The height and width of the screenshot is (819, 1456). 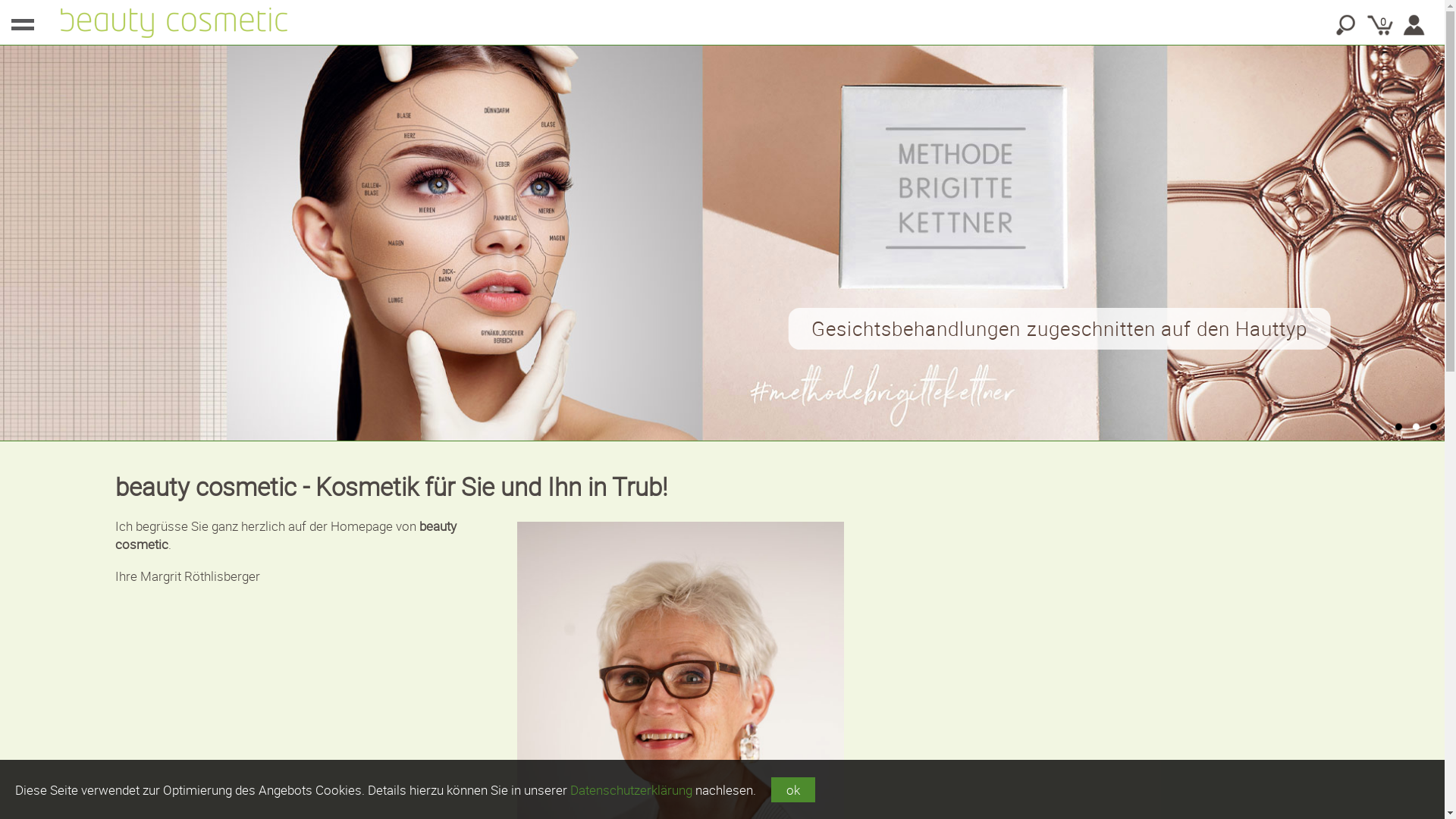 I want to click on '0', so click(x=1365, y=25).